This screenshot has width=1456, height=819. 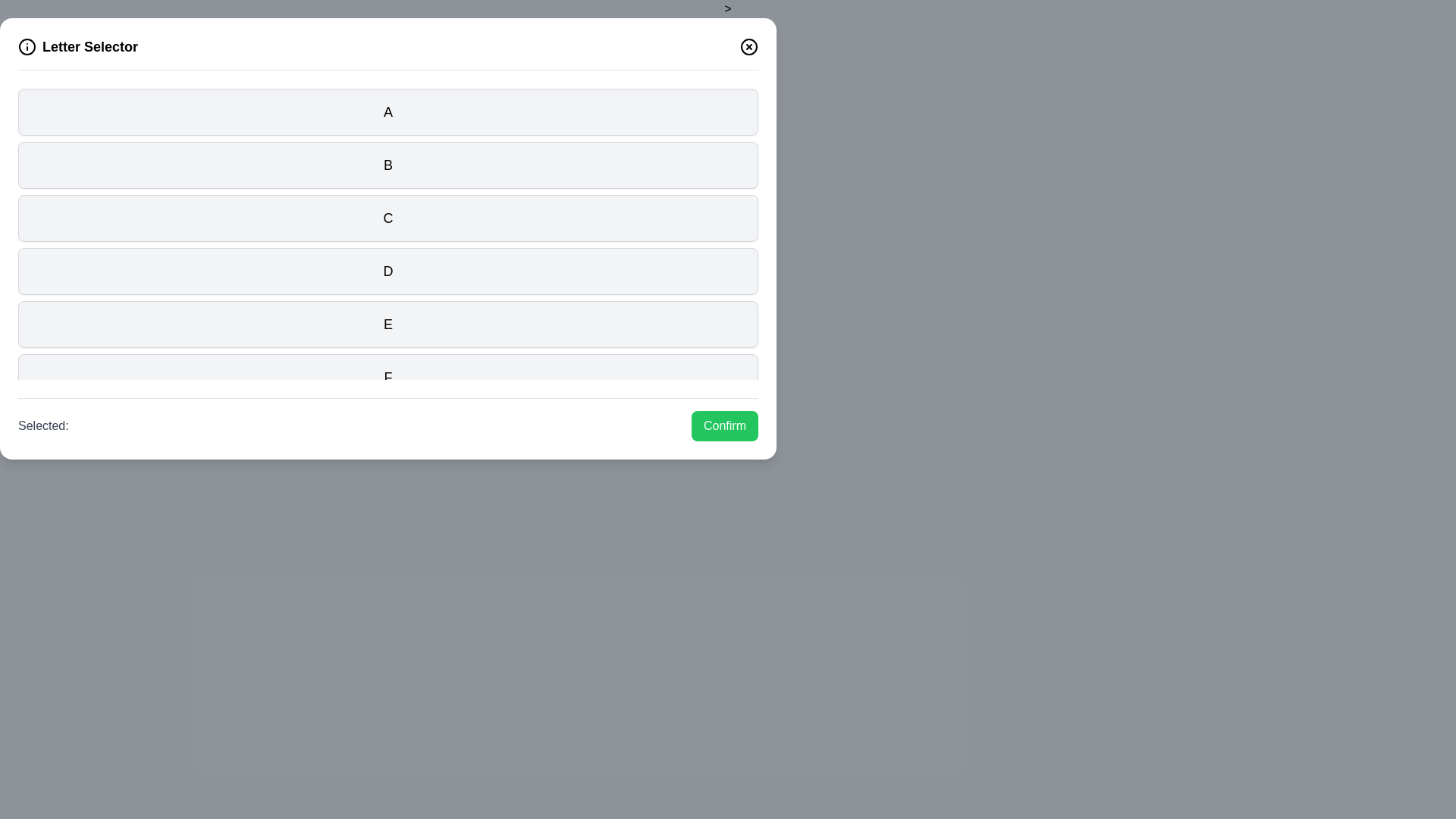 What do you see at coordinates (723, 426) in the screenshot?
I see `the Confirm button to confirm the selected letters` at bounding box center [723, 426].